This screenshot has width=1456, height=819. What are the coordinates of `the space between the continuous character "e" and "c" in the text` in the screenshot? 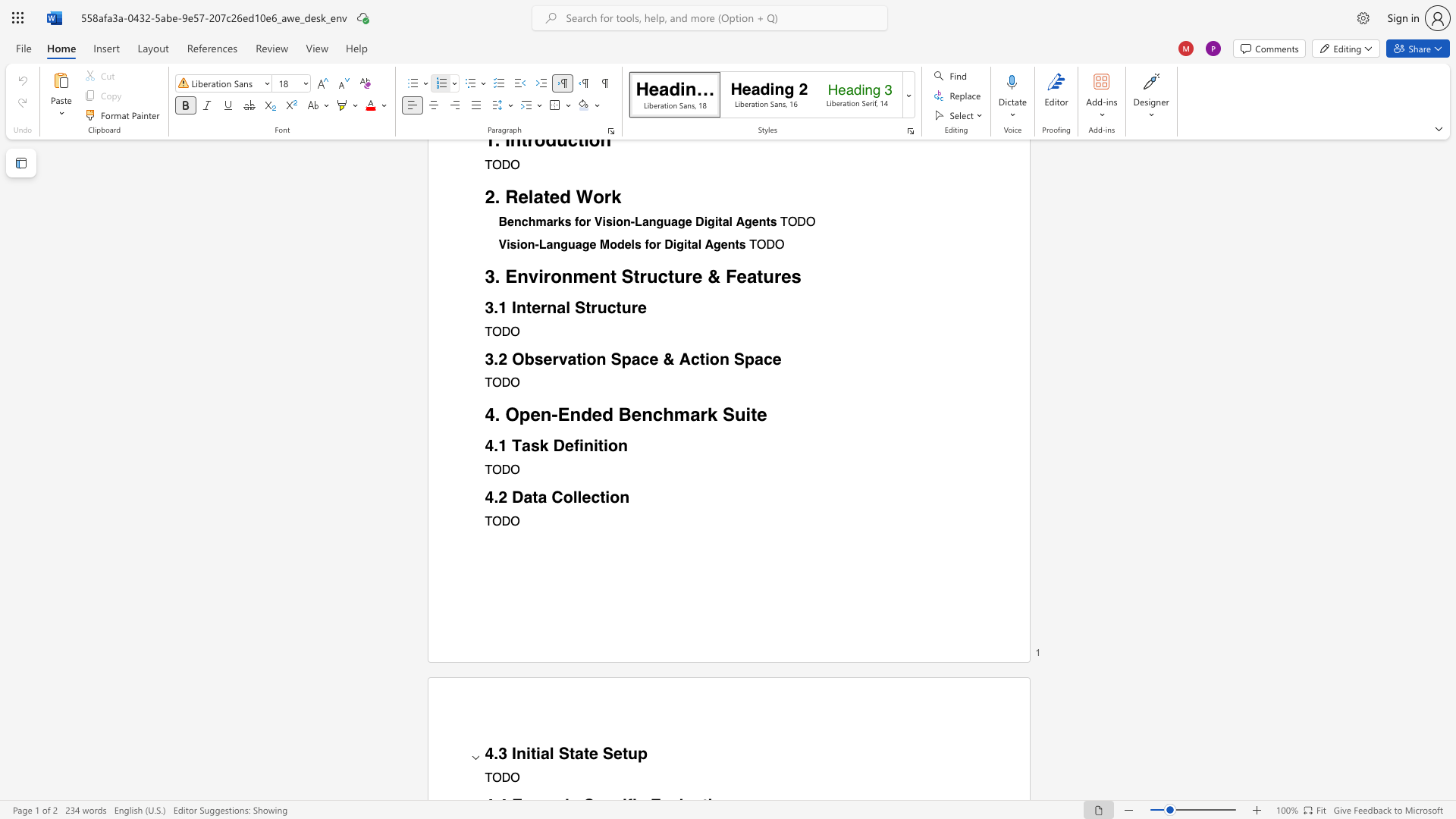 It's located at (590, 497).